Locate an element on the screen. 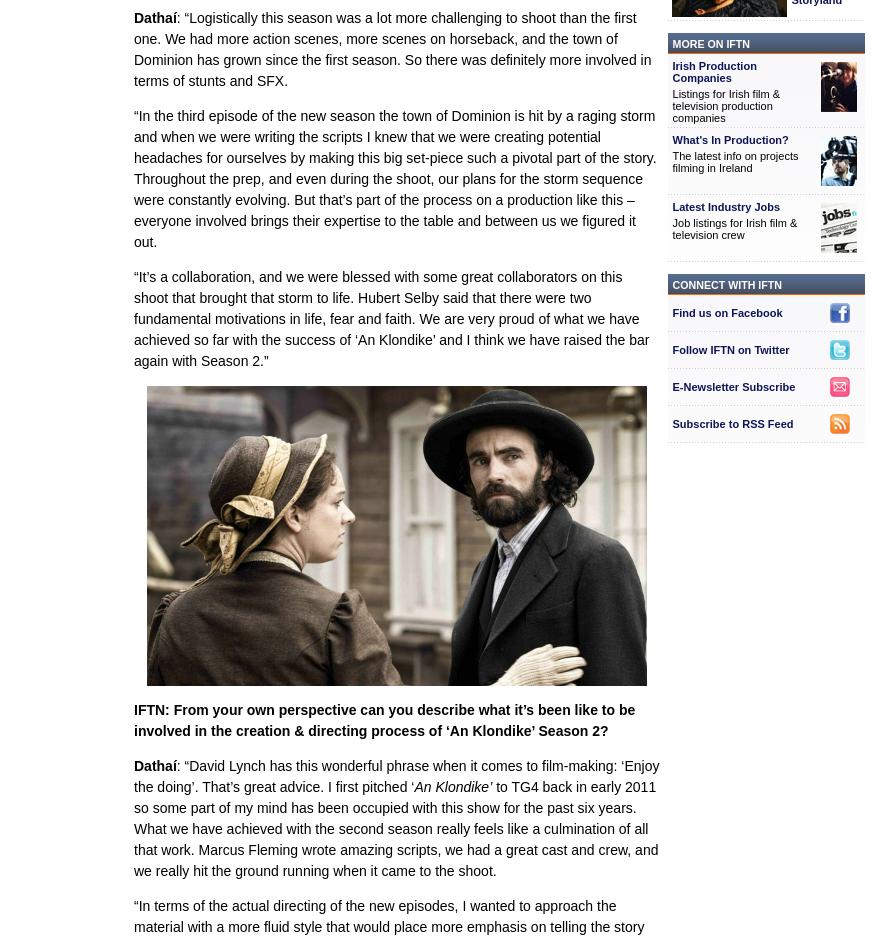 The width and height of the screenshot is (880, 936). ': “David Lynch has this wonderful phrase when it comes to film-making: ‘Enjoy the doing’. That’s great advice. I first pitched ‘' is located at coordinates (395, 776).